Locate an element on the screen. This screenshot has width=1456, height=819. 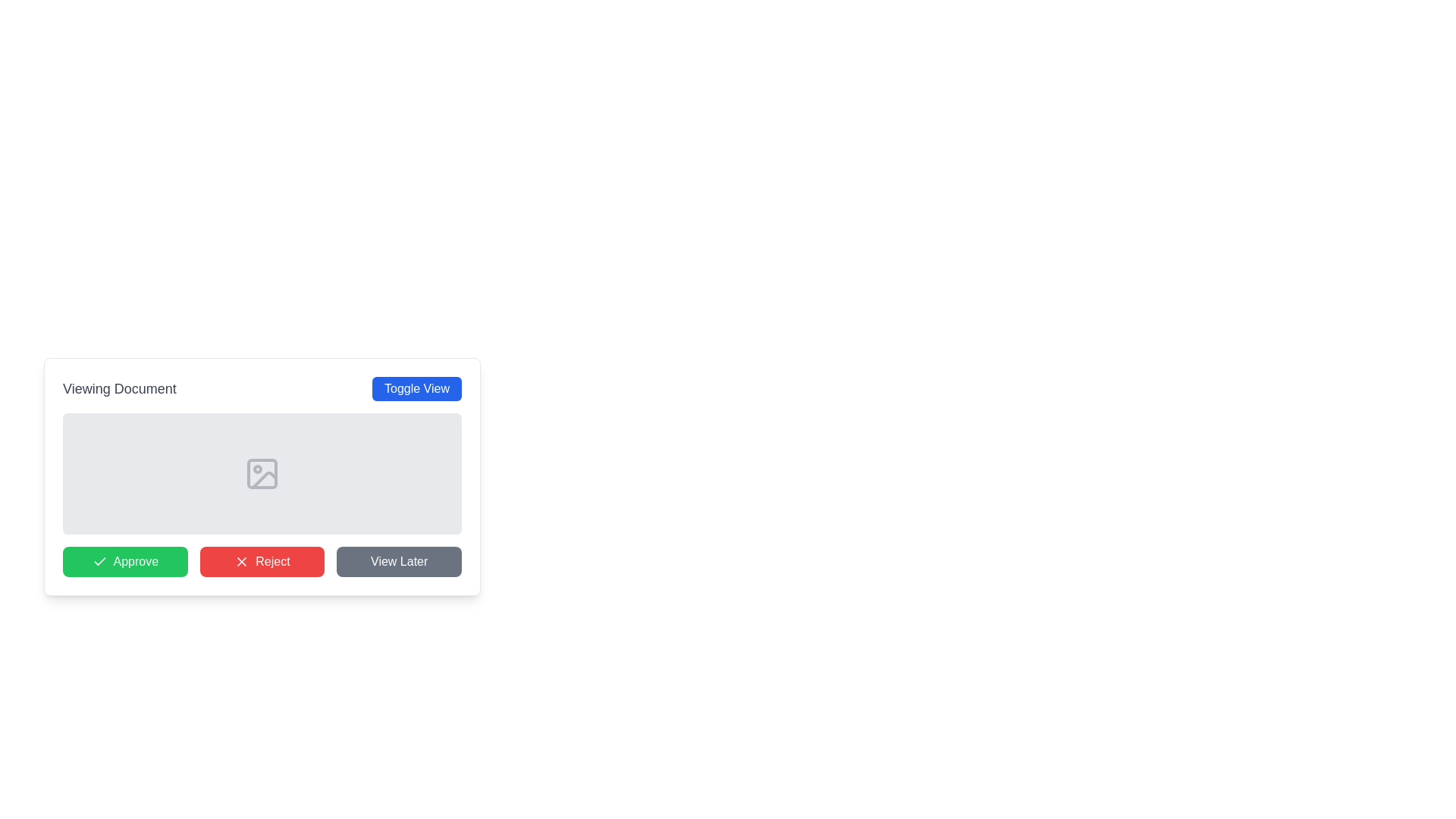
the button group located at the bottom of the document preview section is located at coordinates (262, 561).